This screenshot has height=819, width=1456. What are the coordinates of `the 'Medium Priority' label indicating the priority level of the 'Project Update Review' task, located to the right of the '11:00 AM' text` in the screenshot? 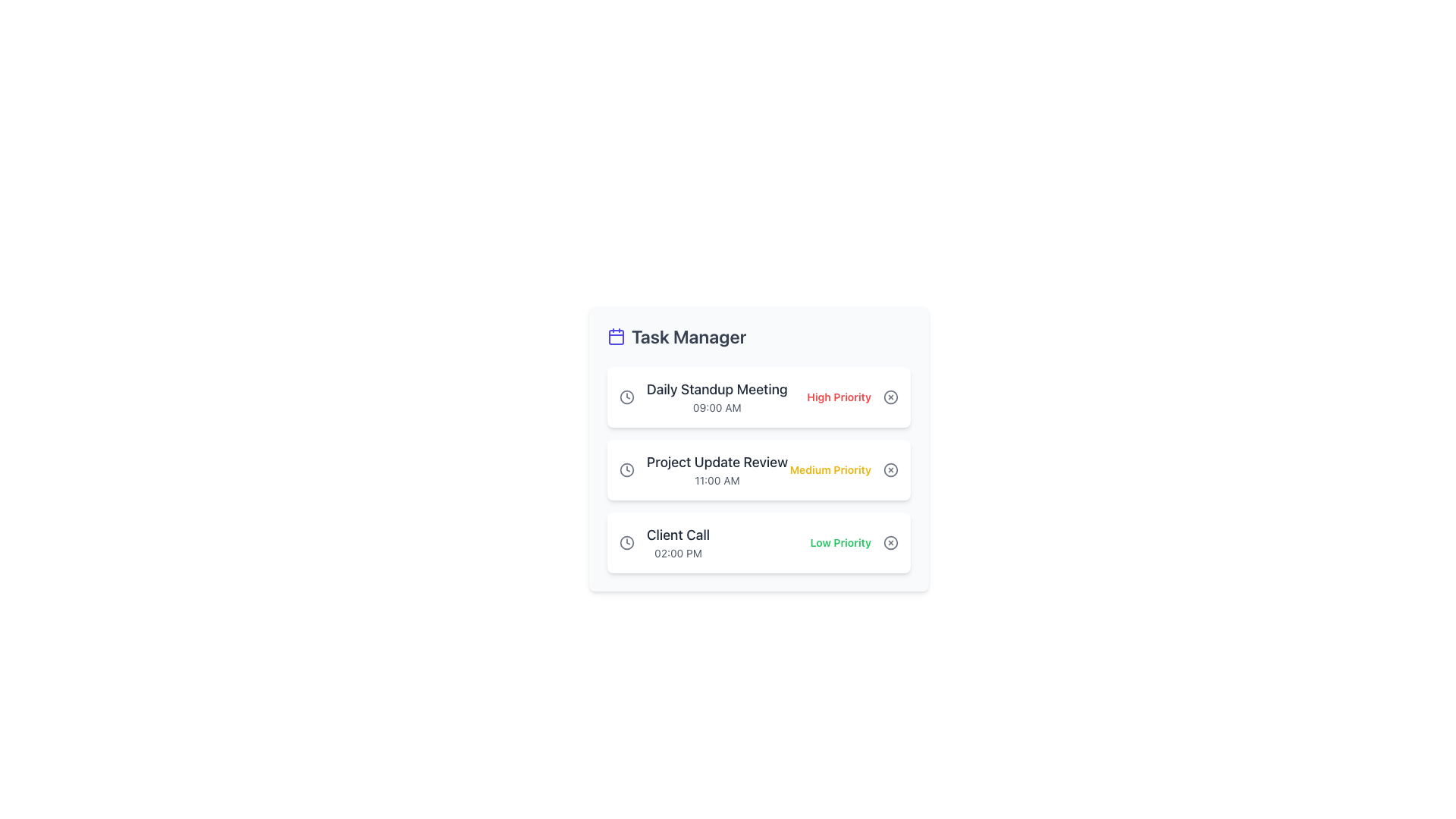 It's located at (843, 469).